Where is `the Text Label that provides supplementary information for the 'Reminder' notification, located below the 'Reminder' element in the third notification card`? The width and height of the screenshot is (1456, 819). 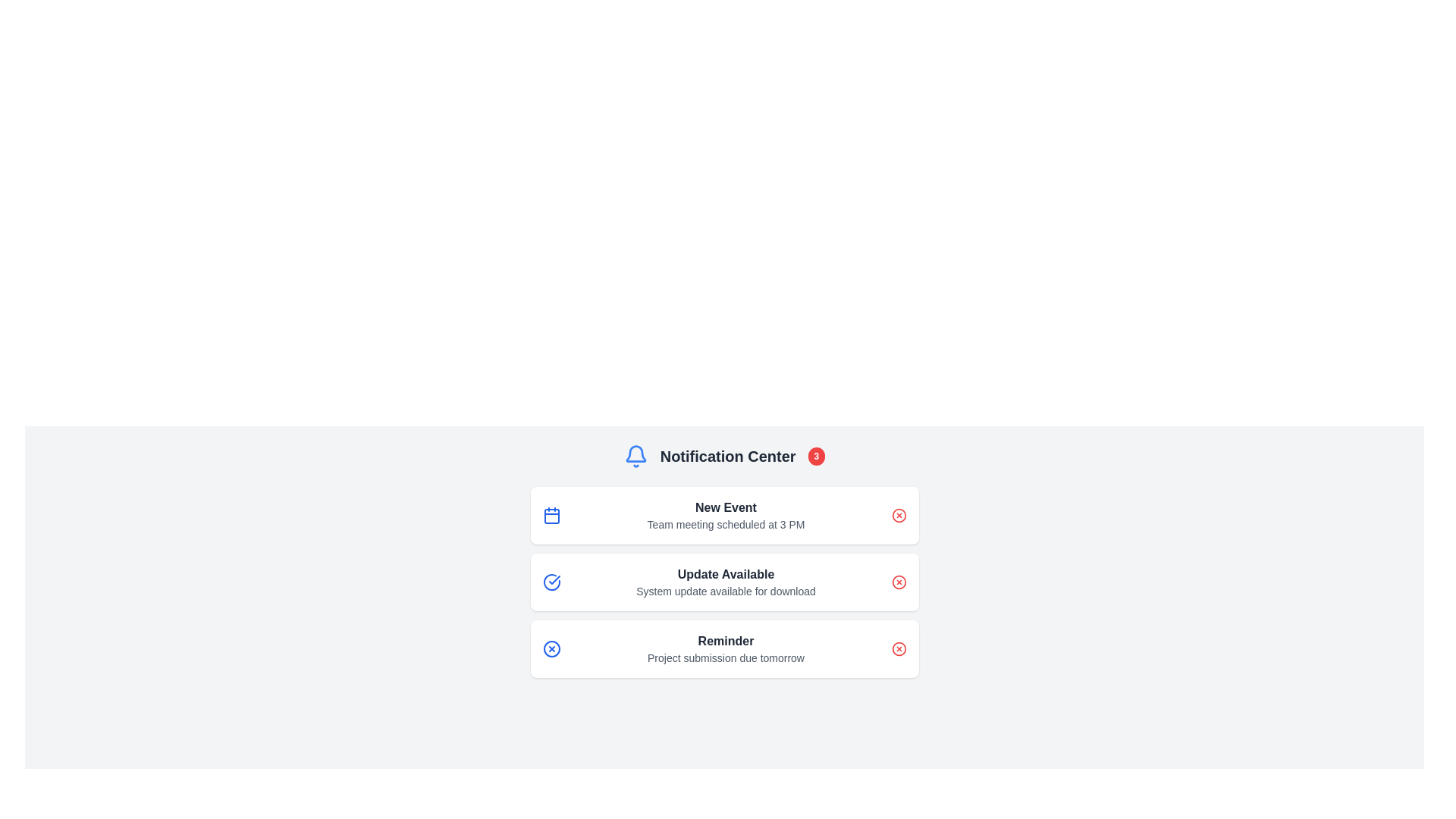 the Text Label that provides supplementary information for the 'Reminder' notification, located below the 'Reminder' element in the third notification card is located at coordinates (725, 657).